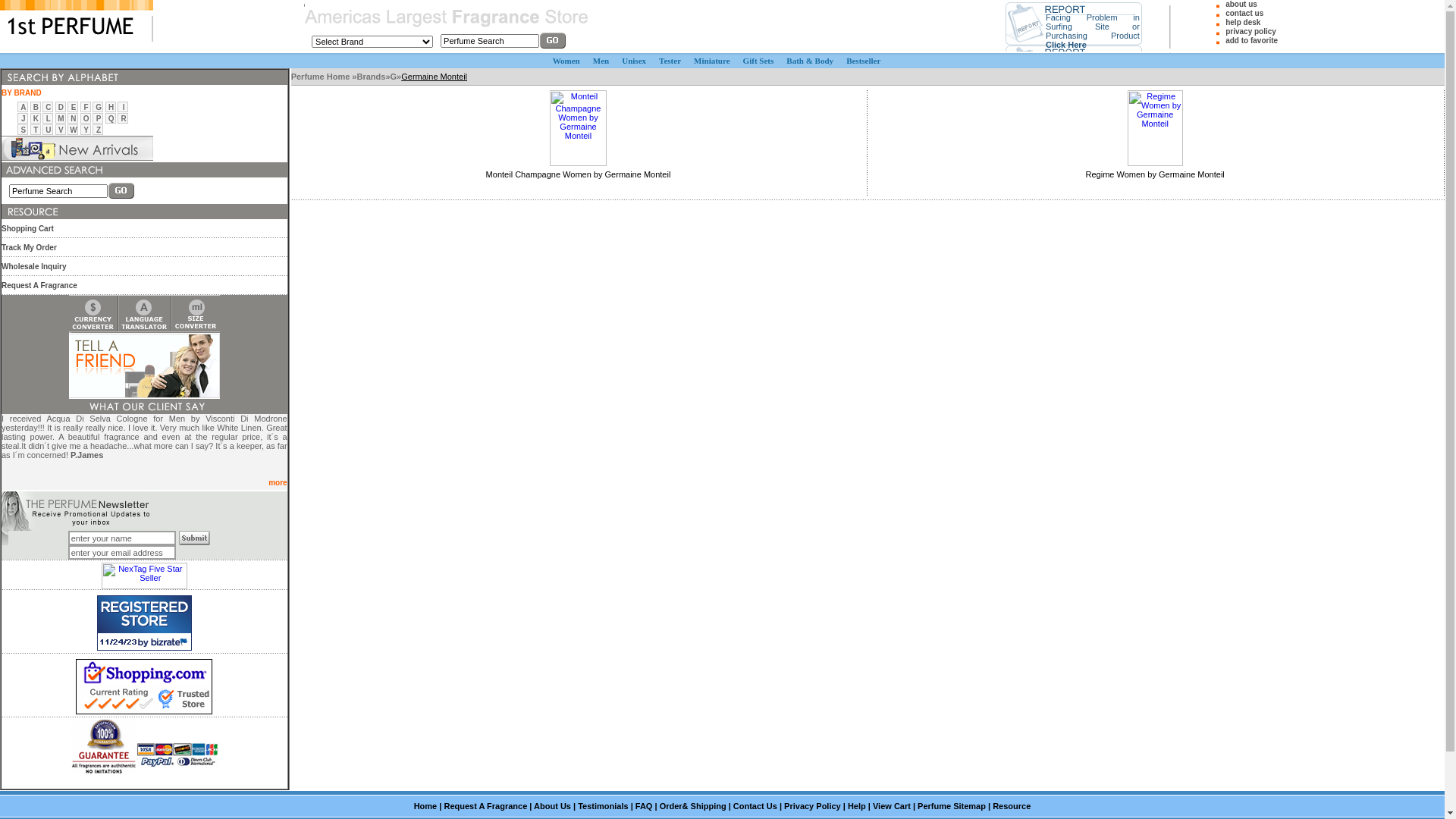  I want to click on 'more', so click(277, 482).